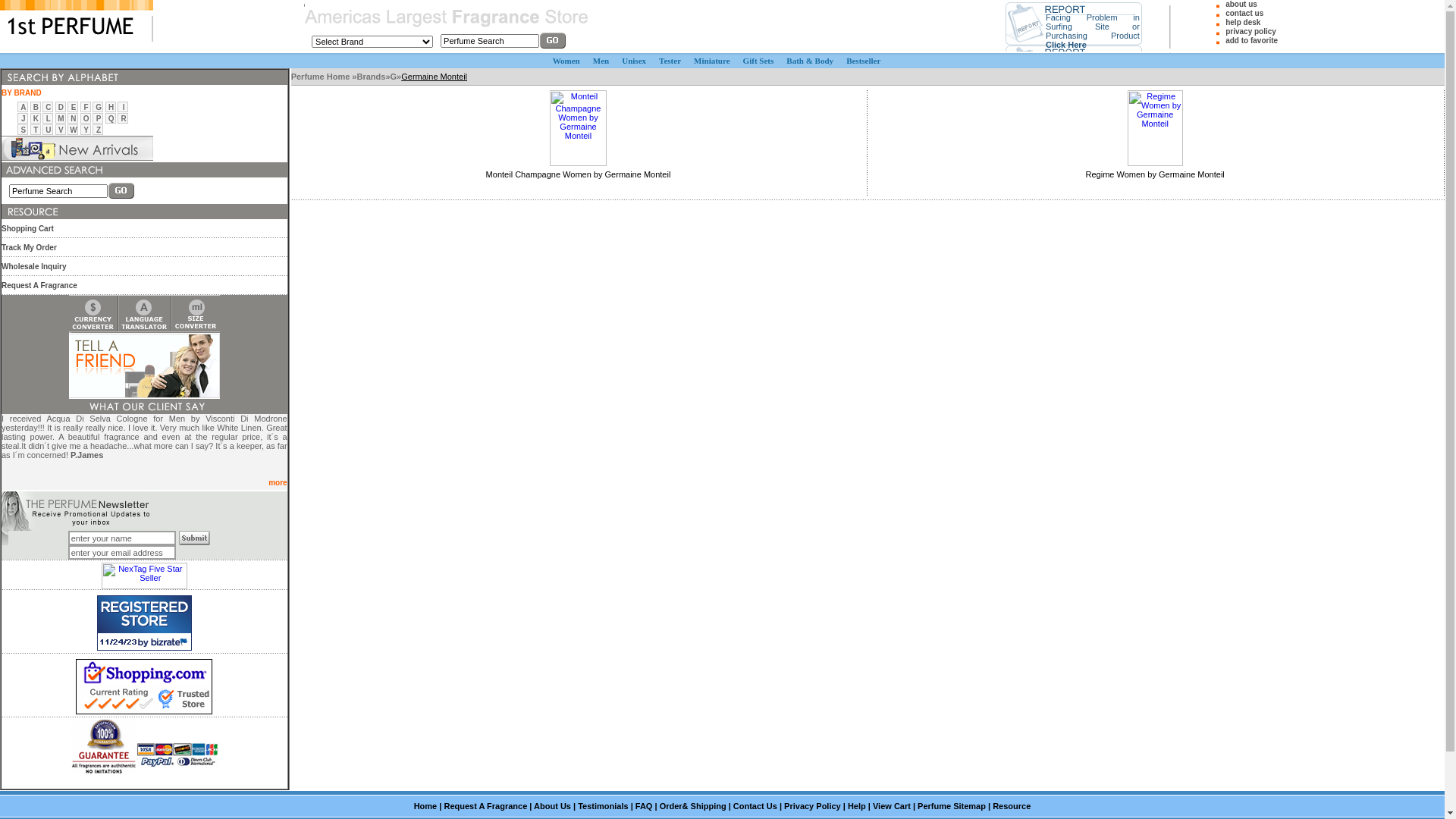  I want to click on 'more', so click(277, 482).